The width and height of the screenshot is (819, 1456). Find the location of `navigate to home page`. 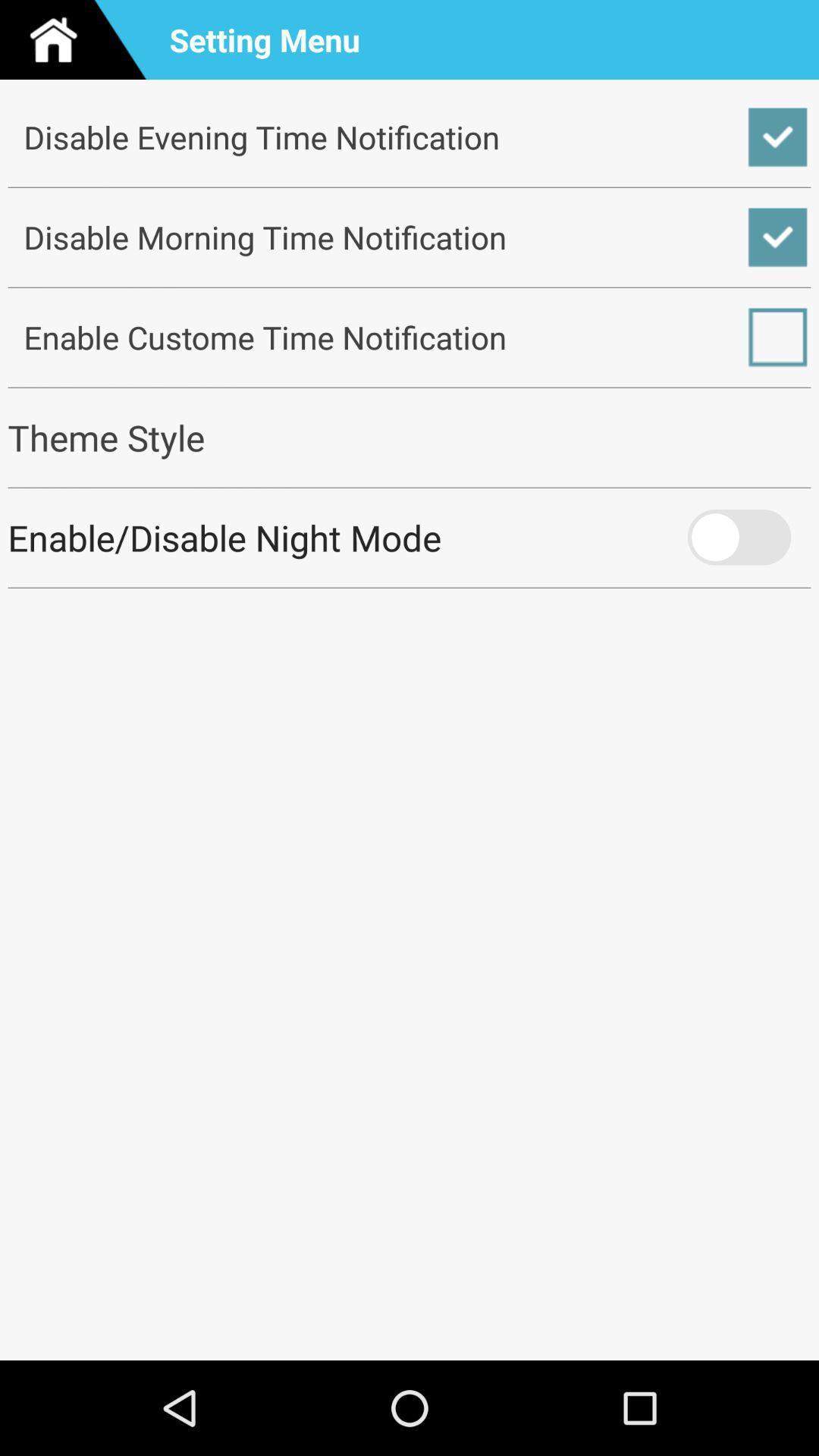

navigate to home page is located at coordinates (79, 39).